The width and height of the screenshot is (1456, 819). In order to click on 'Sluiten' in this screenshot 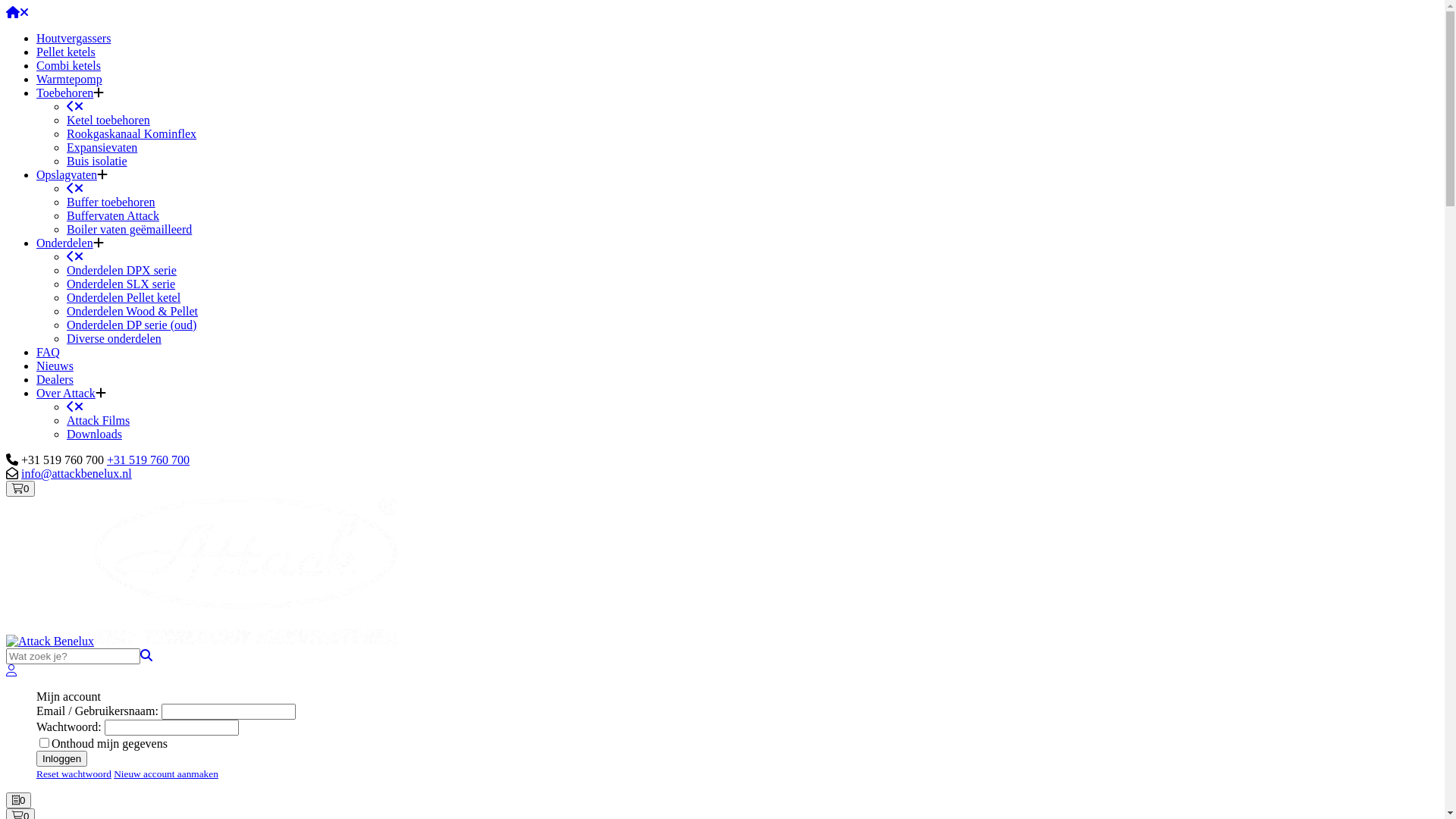, I will do `click(24, 12)`.